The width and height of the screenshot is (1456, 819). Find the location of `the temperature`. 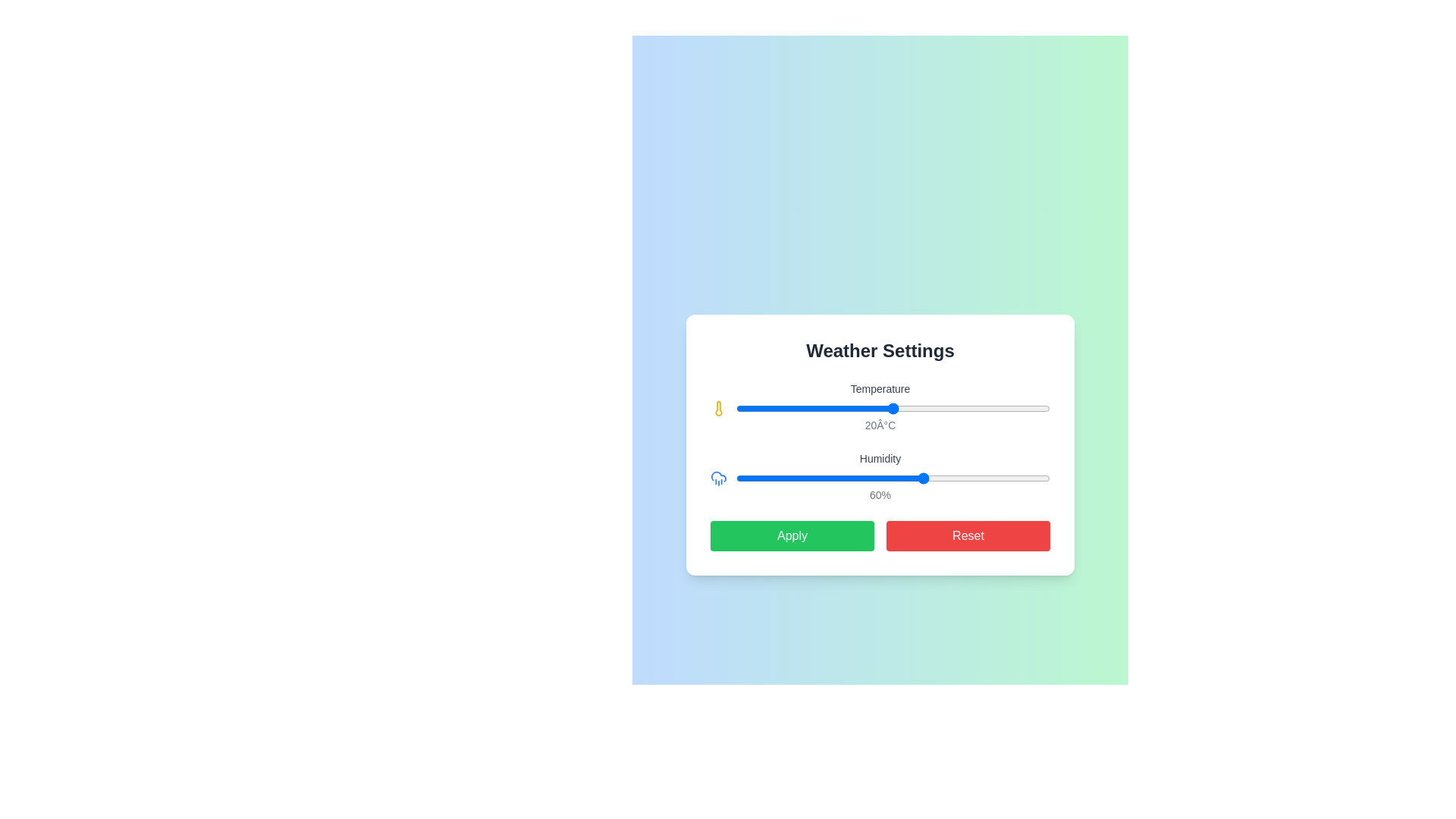

the temperature is located at coordinates (830, 408).